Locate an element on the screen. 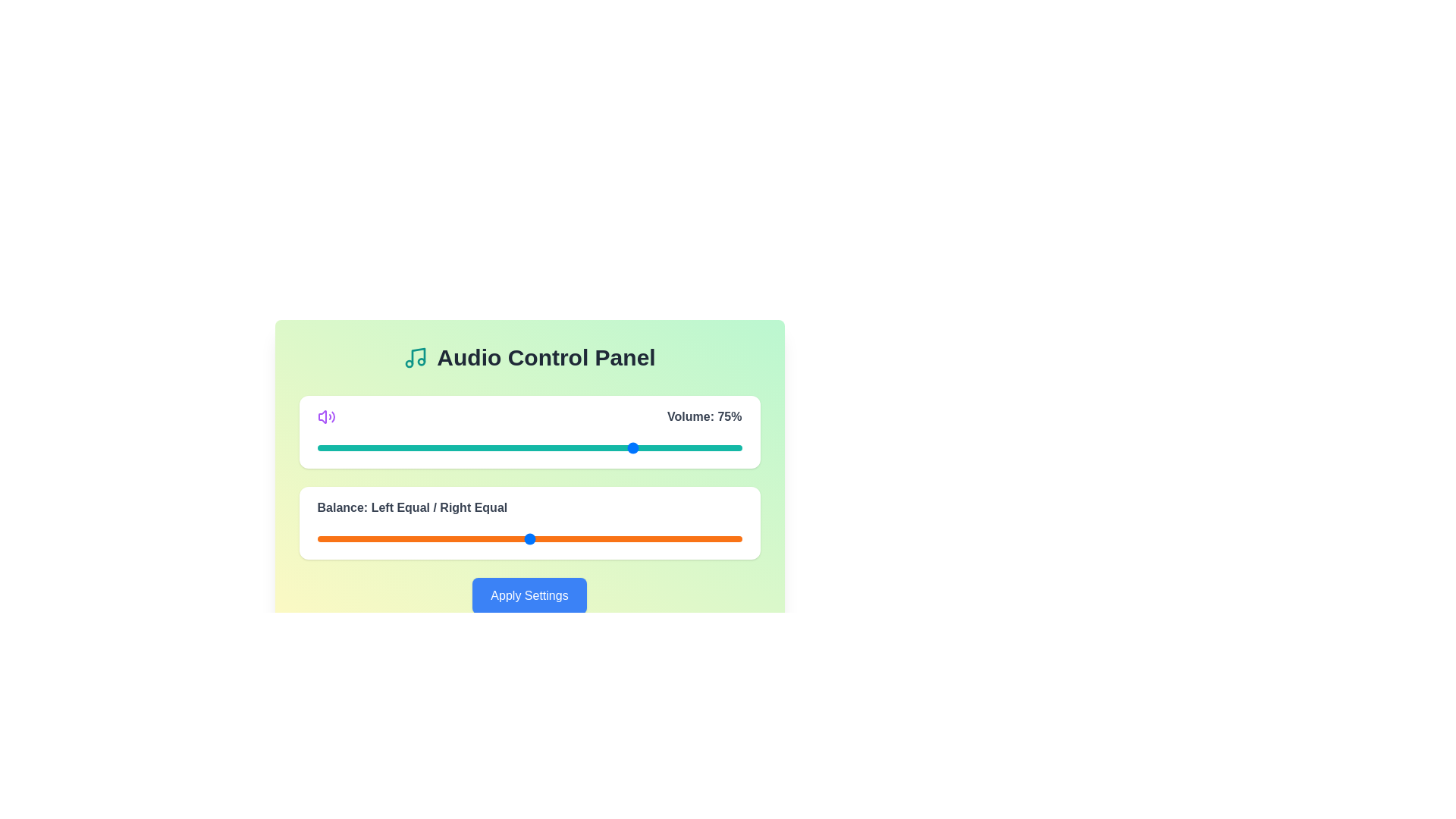 The image size is (1456, 819). 'Apply Settings' button to apply the current audio settings is located at coordinates (529, 595).